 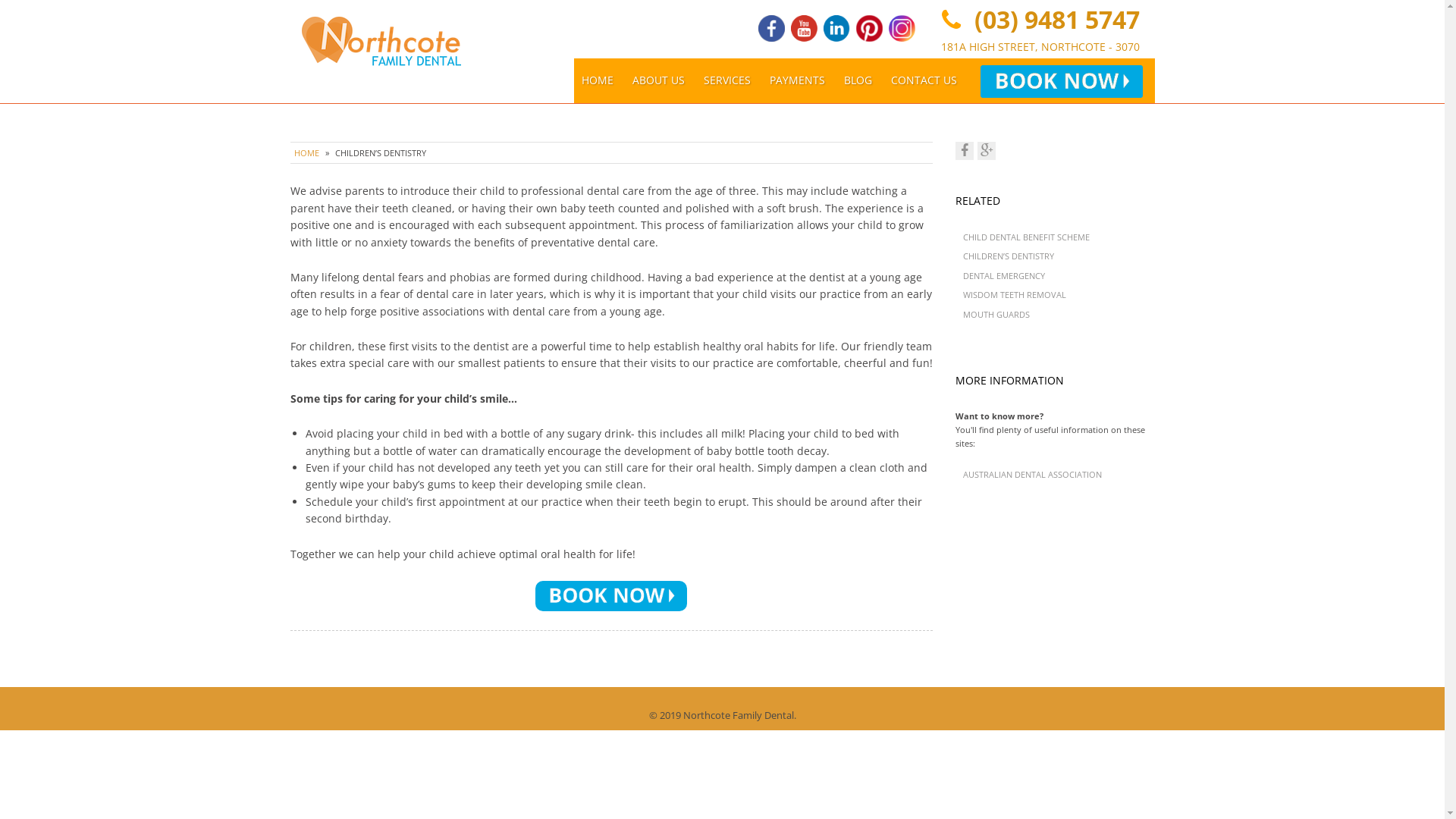 I want to click on 'CONTACT US', so click(x=923, y=80).